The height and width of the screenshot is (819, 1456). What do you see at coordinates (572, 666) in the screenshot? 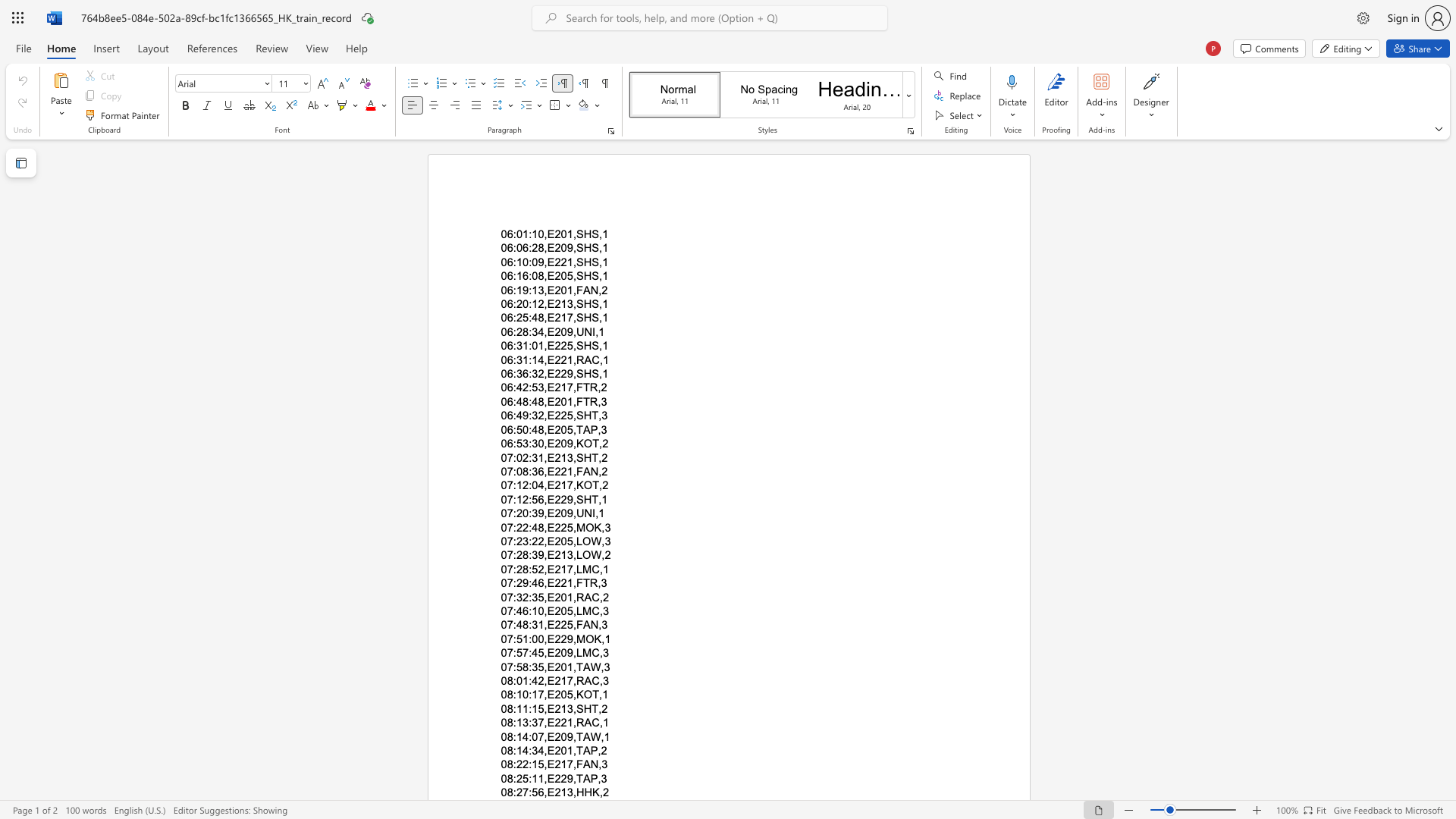
I see `the subset text ",TAW,3" within the text "07:58:35,E201,TAW,3"` at bounding box center [572, 666].